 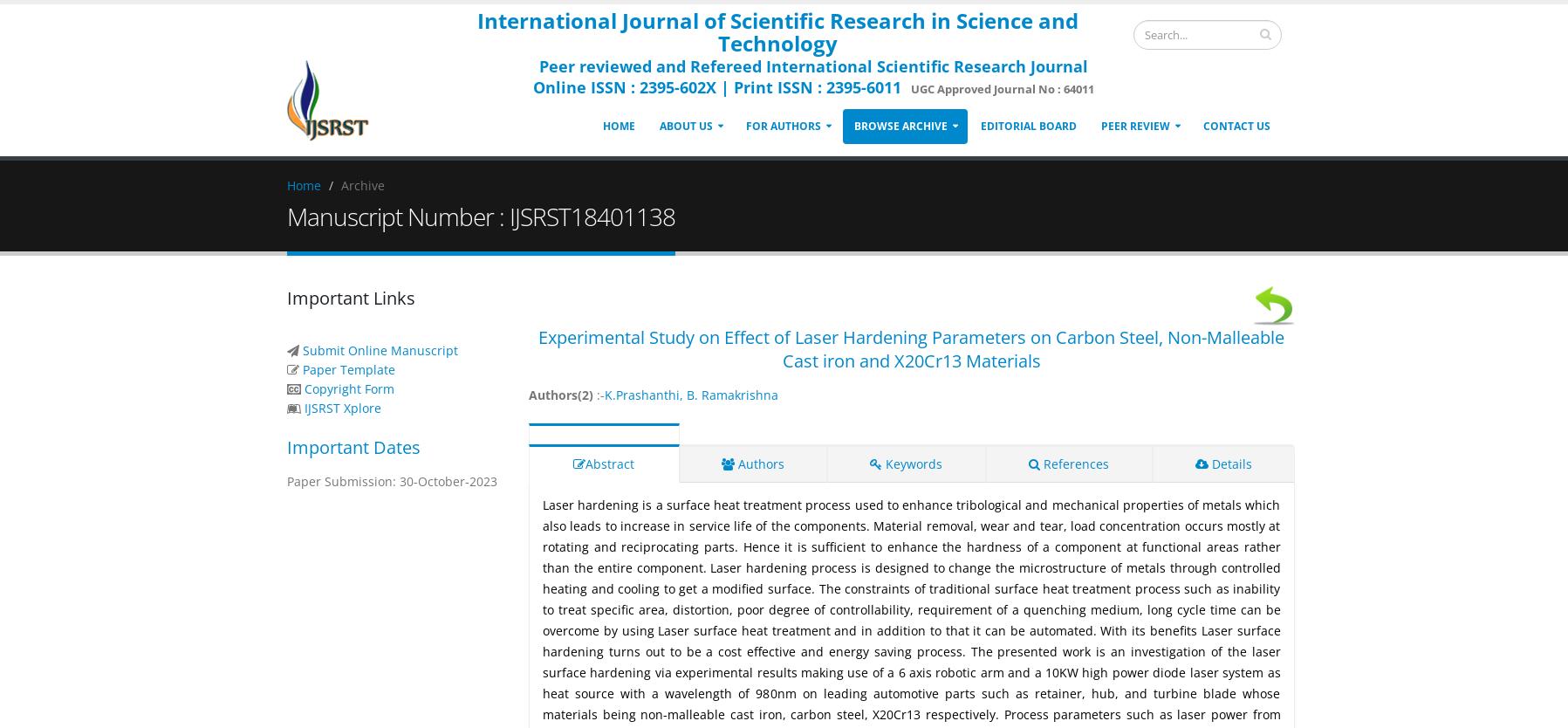 I want to click on 'Details', so click(x=1229, y=463).